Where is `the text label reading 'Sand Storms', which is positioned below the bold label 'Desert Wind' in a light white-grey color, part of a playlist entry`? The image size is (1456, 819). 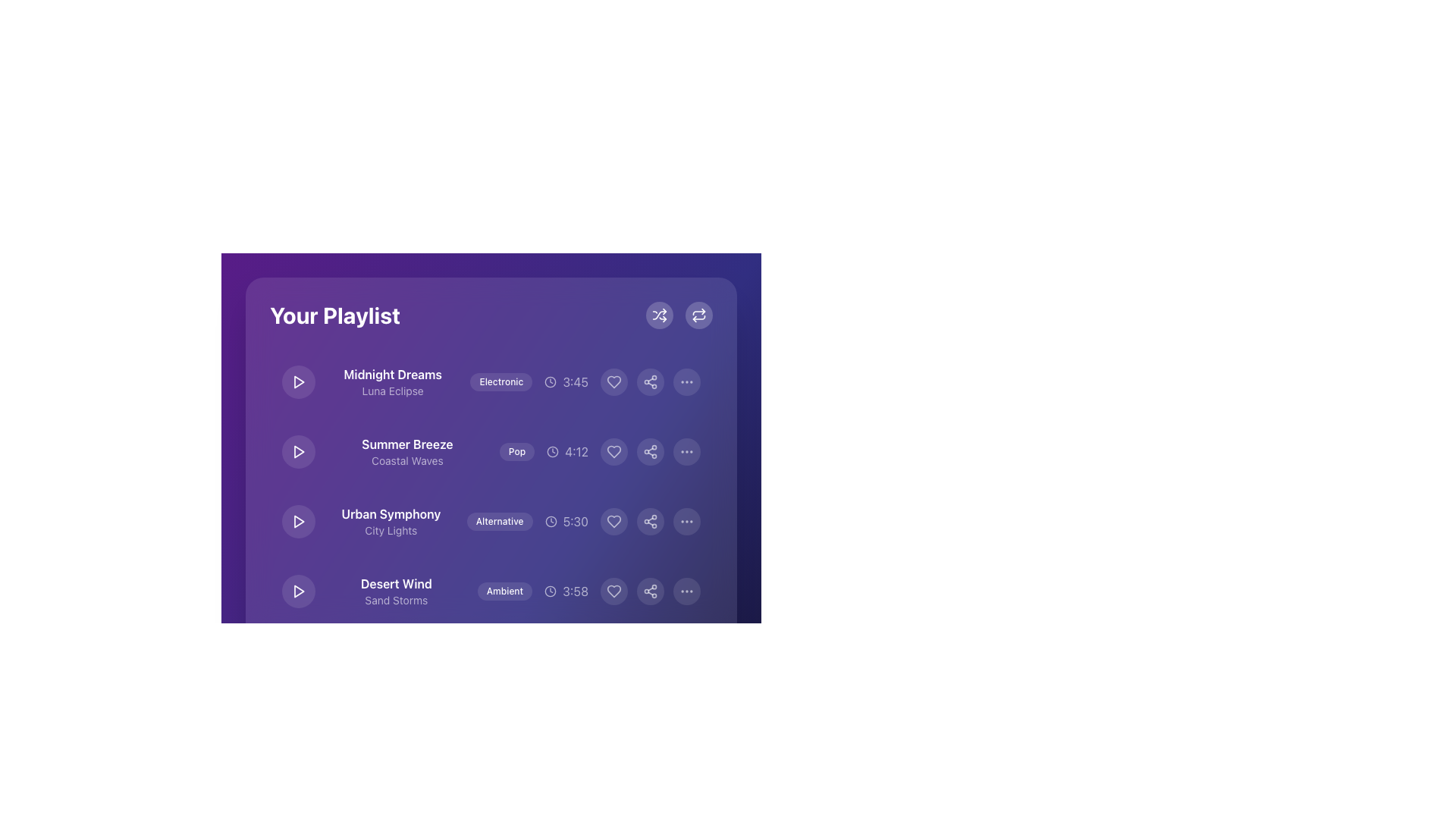 the text label reading 'Sand Storms', which is positioned below the bold label 'Desert Wind' in a light white-grey color, part of a playlist entry is located at coordinates (396, 599).